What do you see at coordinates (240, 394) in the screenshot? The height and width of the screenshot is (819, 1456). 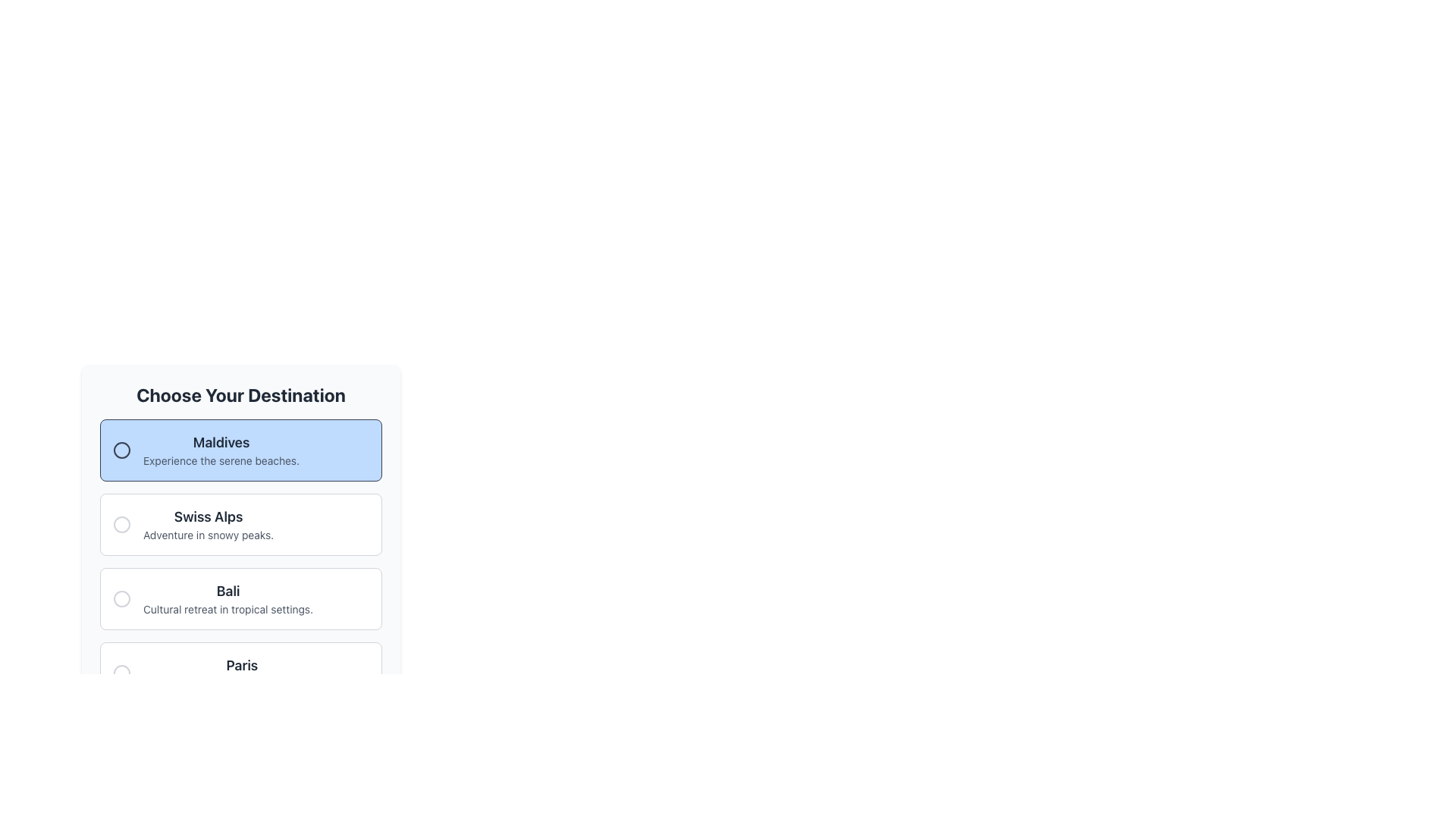 I see `the header label displaying 'Choose Your Destination' located at the top of the destination selection panel` at bounding box center [240, 394].